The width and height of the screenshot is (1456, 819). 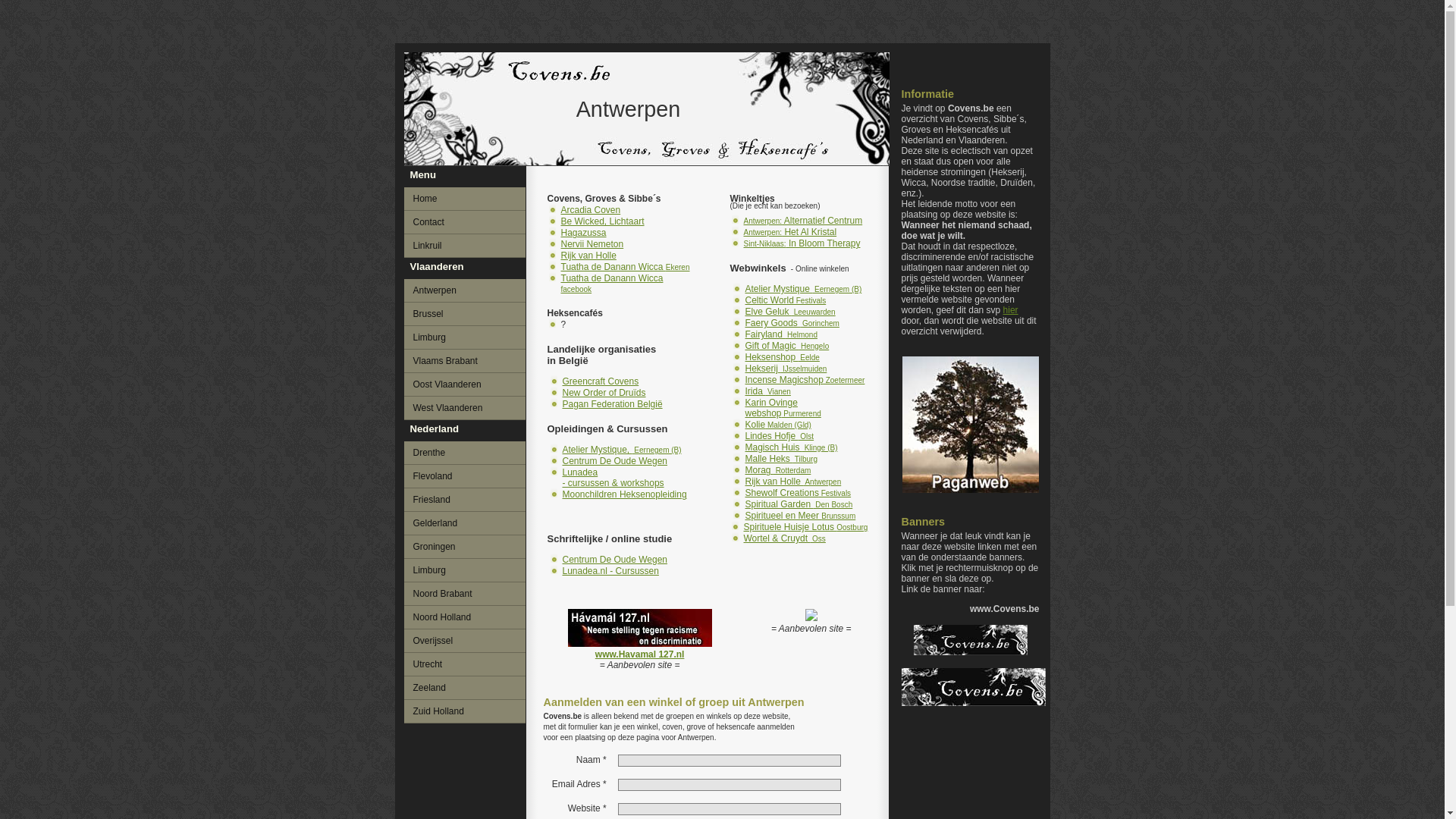 I want to click on 'Sint-Niklaas: In Bloom Therapy', so click(x=800, y=242).